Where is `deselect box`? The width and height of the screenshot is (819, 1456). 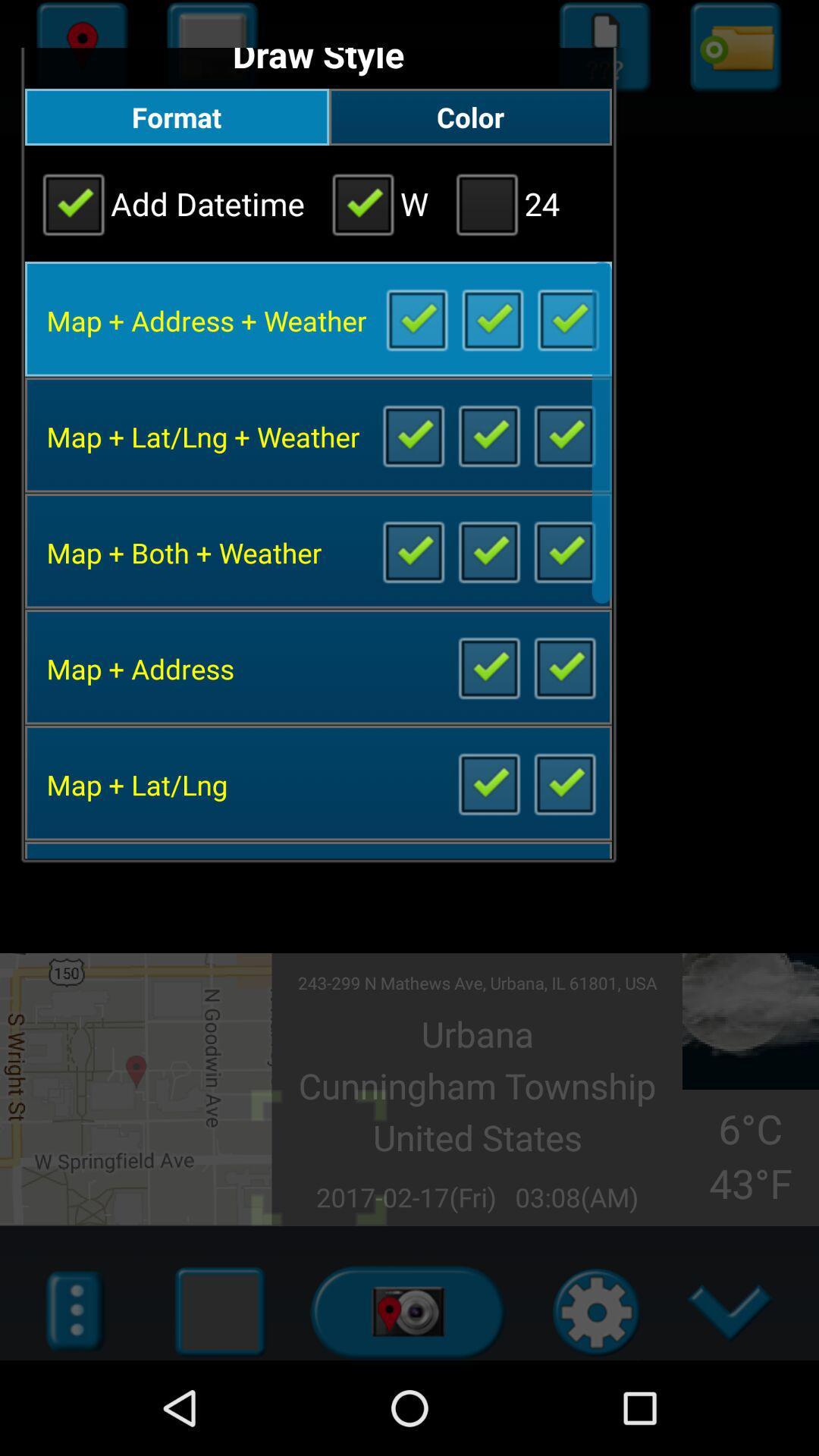
deselect box is located at coordinates (564, 434).